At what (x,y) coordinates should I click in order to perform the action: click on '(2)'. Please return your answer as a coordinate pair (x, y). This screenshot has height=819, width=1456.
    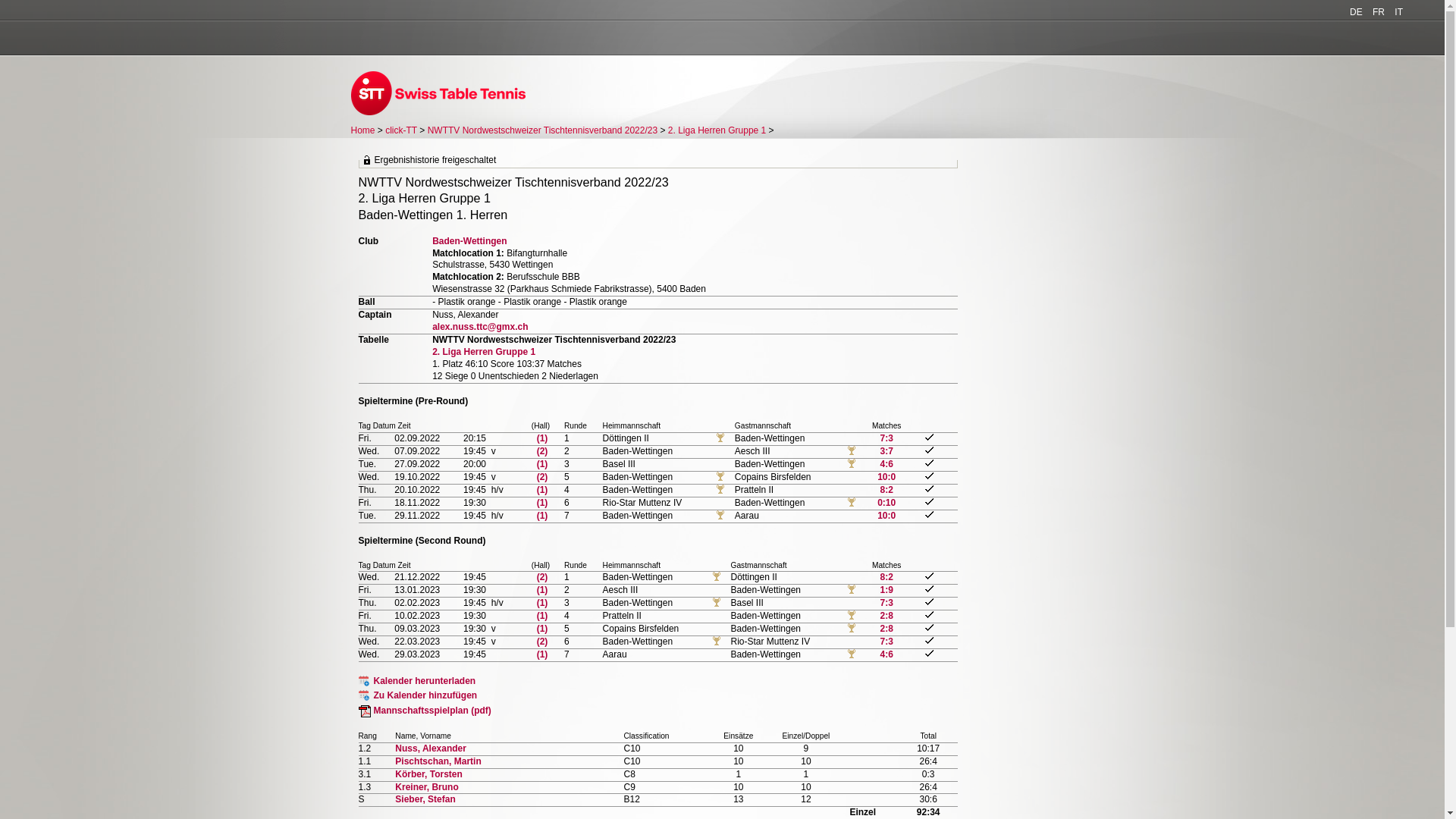
    Looking at the image, I should click on (537, 450).